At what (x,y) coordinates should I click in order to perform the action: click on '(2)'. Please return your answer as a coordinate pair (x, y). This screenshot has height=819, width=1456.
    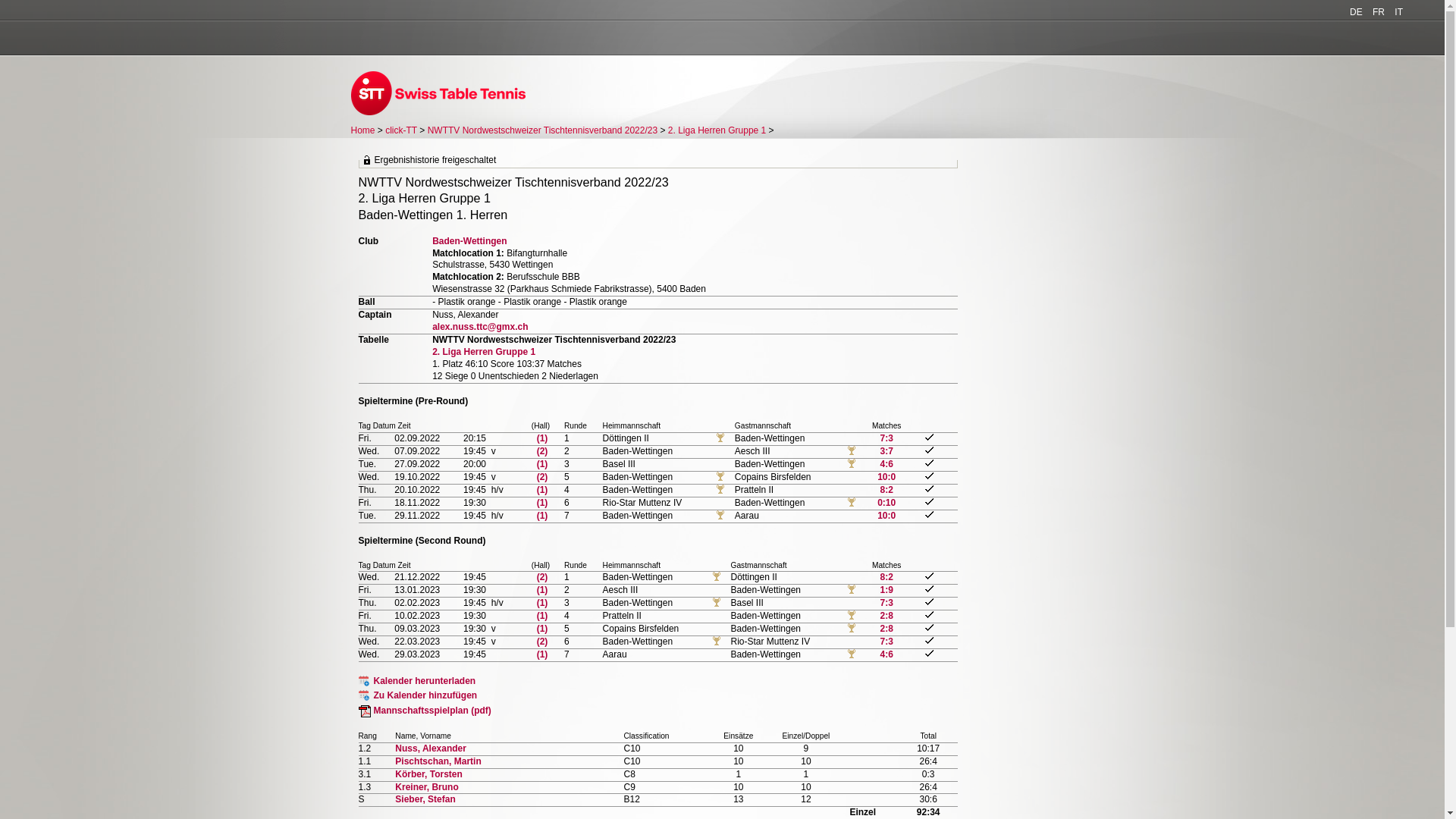
    Looking at the image, I should click on (537, 450).